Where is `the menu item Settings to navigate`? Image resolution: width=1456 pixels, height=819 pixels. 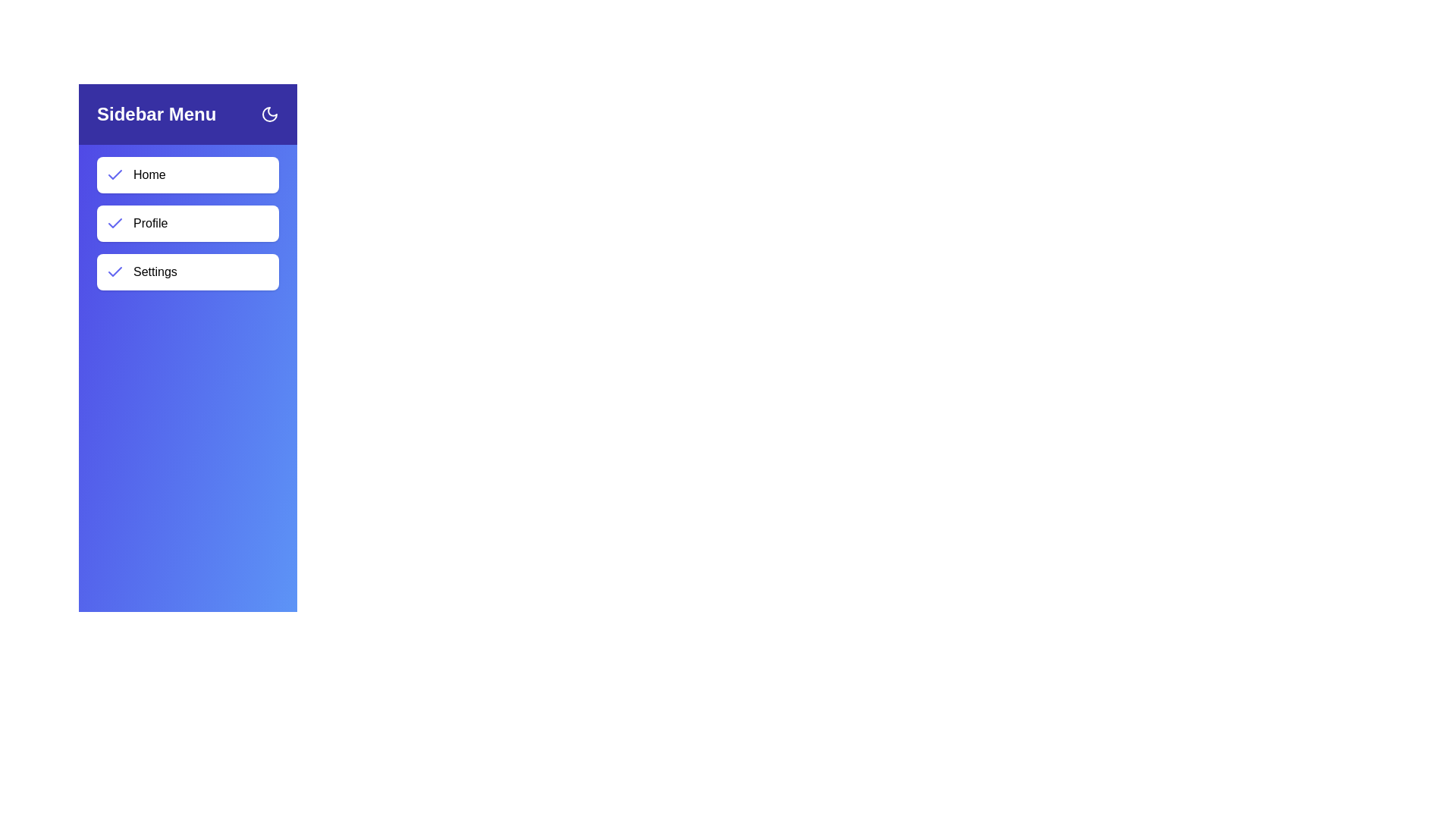
the menu item Settings to navigate is located at coordinates (187, 271).